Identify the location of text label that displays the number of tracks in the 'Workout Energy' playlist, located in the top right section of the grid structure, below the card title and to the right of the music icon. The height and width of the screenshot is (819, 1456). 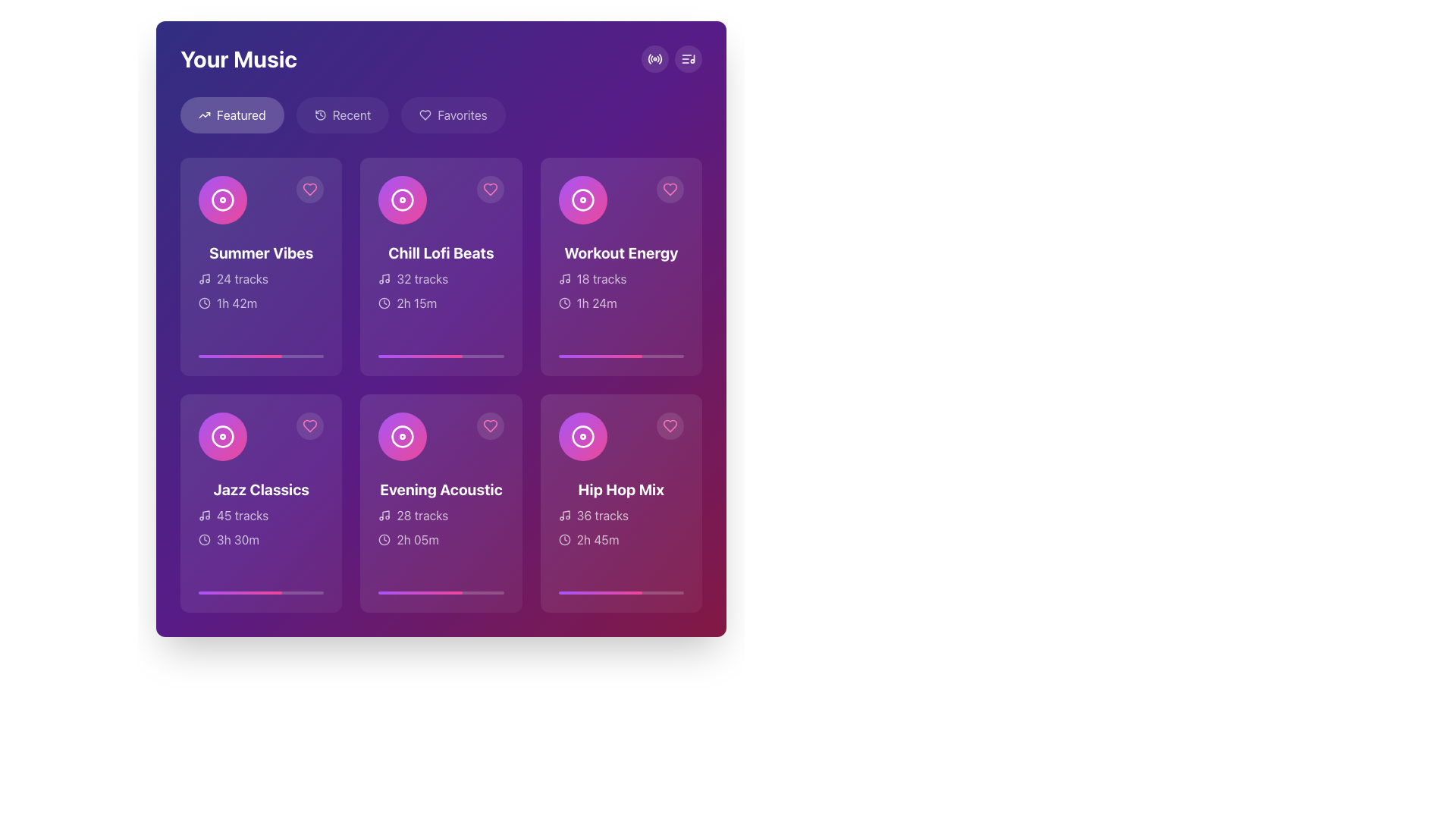
(601, 278).